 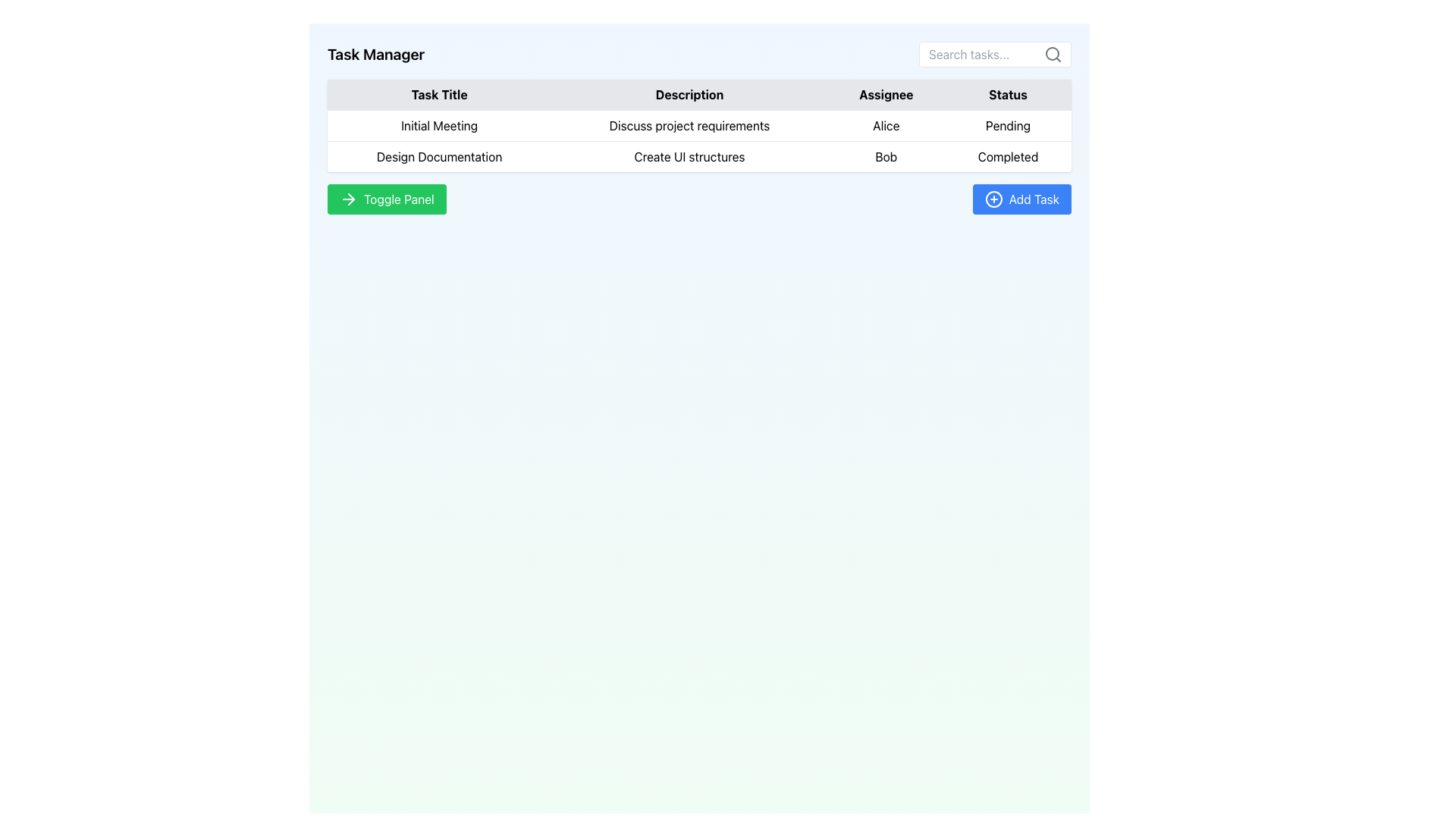 I want to click on the 'Create UI structures' text in the second row of the table to modify its description, so click(x=698, y=156).